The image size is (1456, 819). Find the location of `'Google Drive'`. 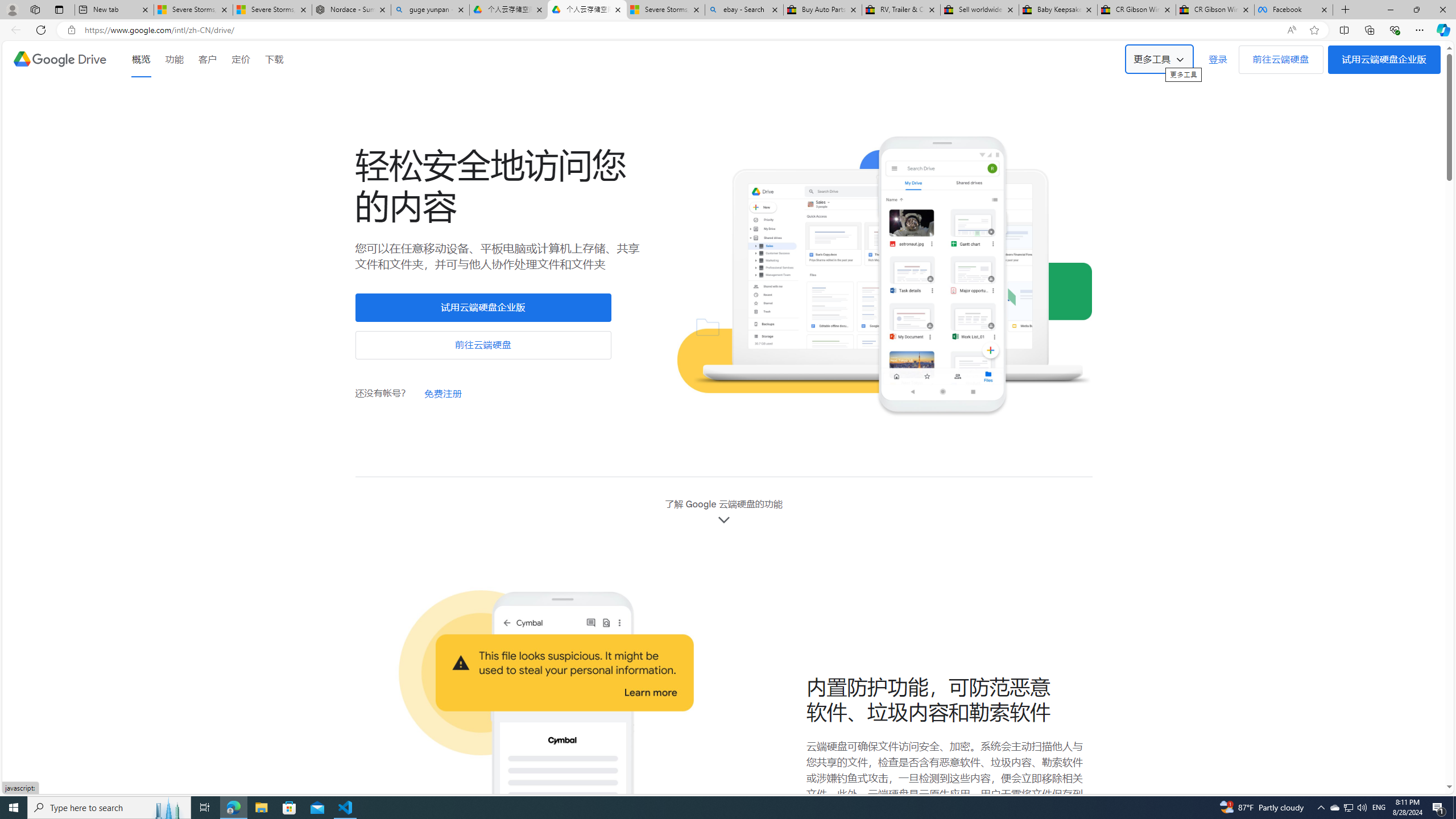

'Google Drive' is located at coordinates (59, 59).